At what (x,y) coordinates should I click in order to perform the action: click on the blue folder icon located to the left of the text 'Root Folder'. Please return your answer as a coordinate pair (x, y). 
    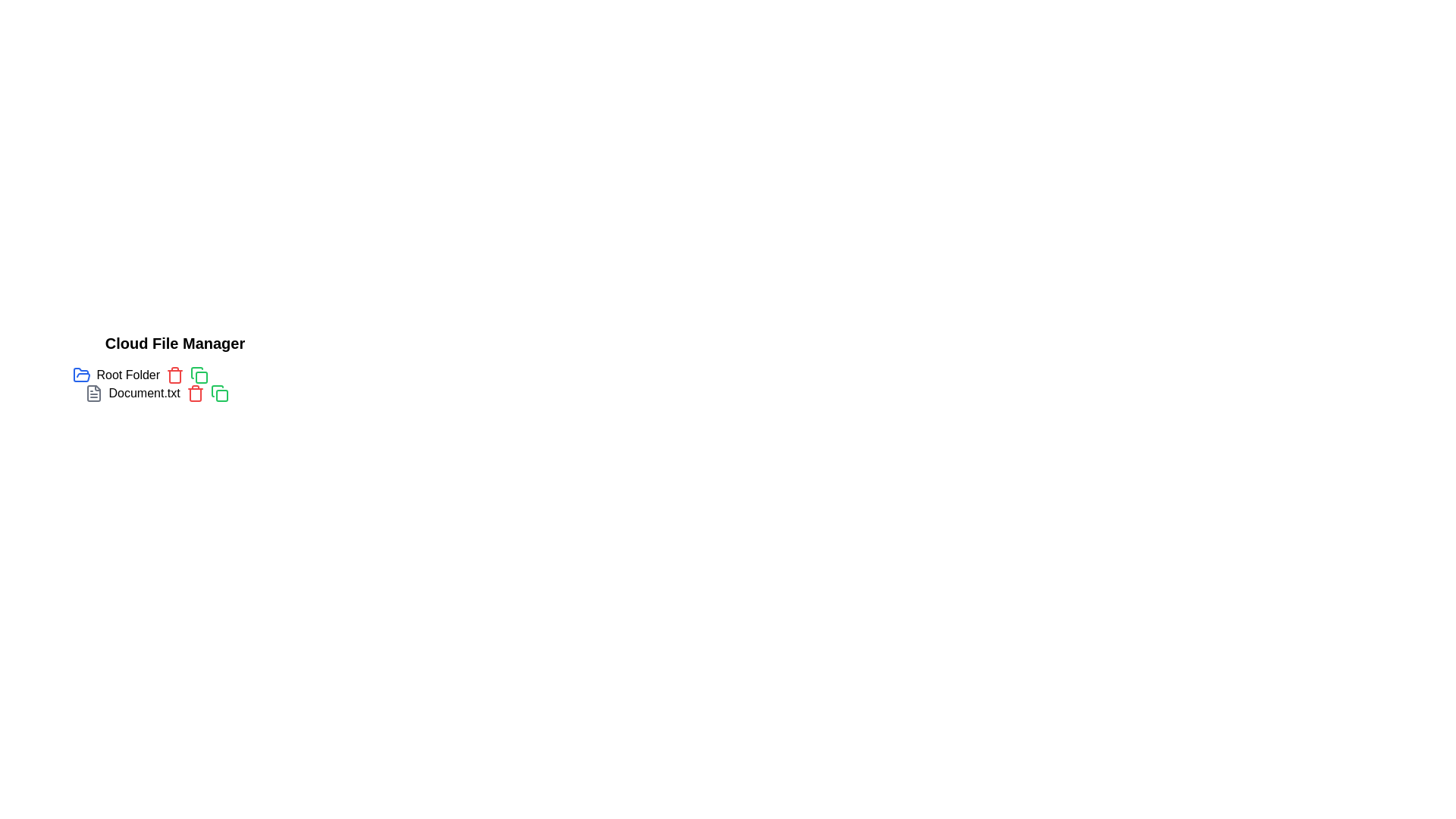
    Looking at the image, I should click on (80, 375).